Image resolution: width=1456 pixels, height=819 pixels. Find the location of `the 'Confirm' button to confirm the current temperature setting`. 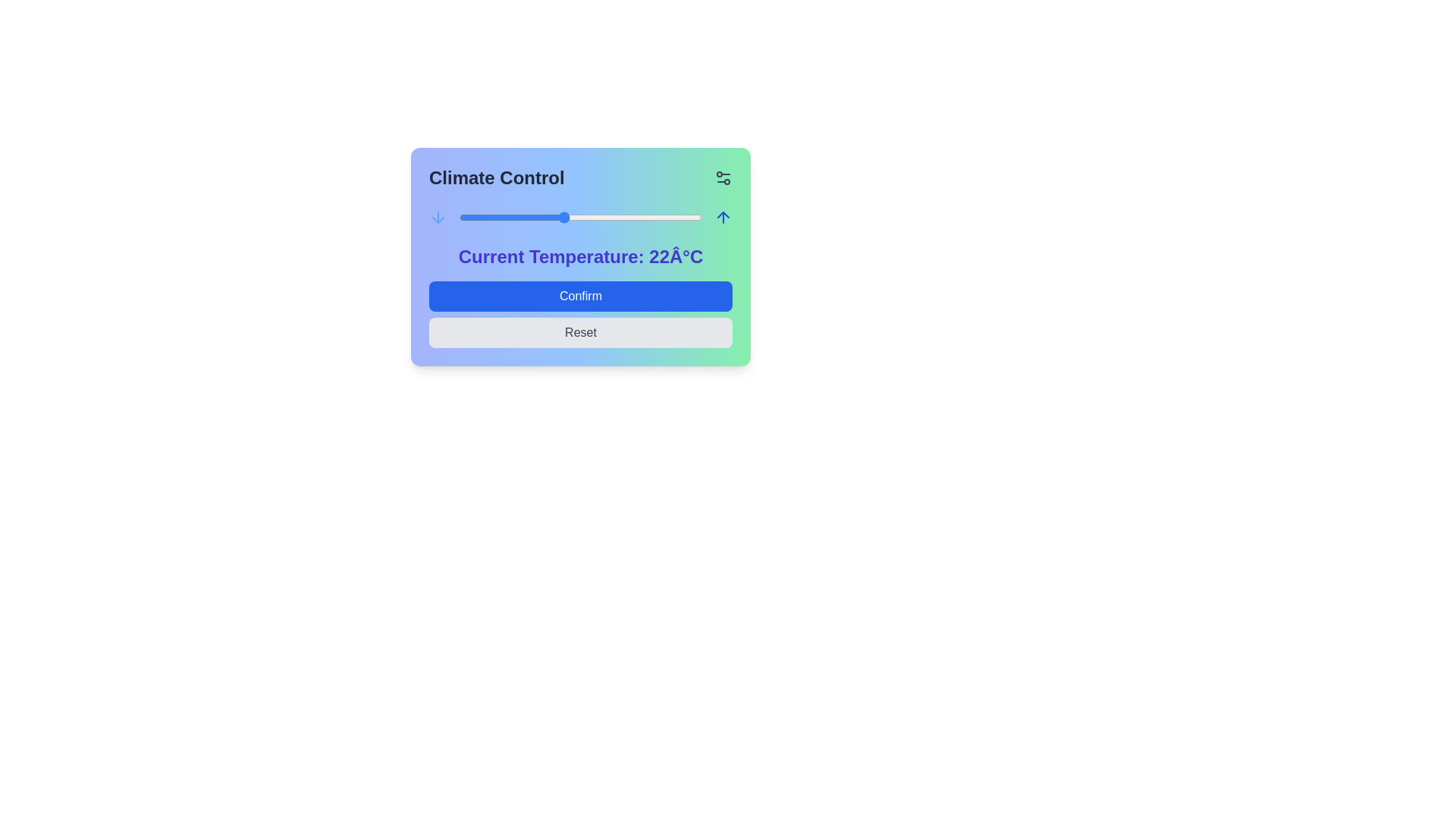

the 'Confirm' button to confirm the current temperature setting is located at coordinates (580, 296).